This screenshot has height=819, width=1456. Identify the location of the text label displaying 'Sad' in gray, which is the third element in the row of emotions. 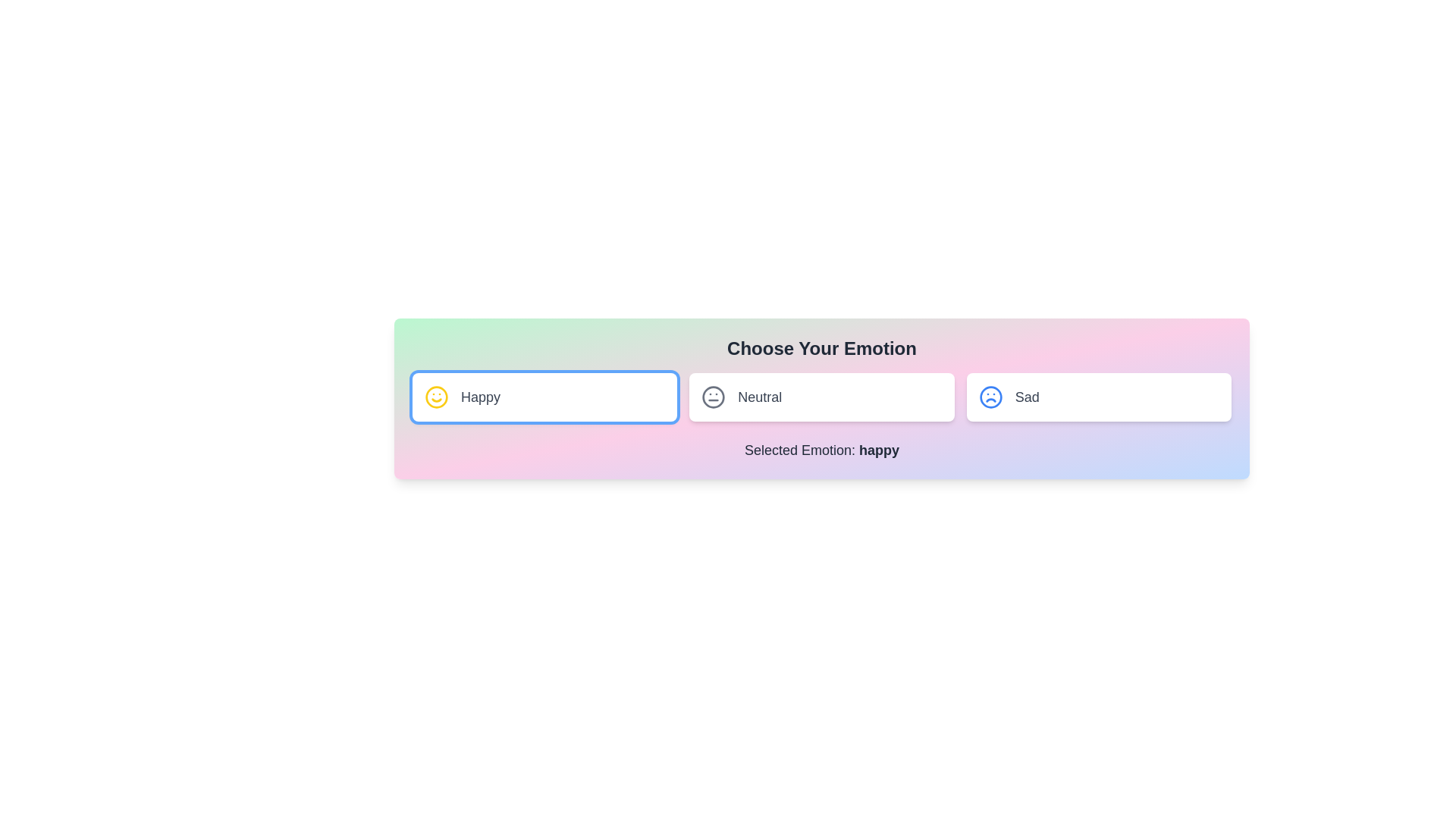
(1027, 397).